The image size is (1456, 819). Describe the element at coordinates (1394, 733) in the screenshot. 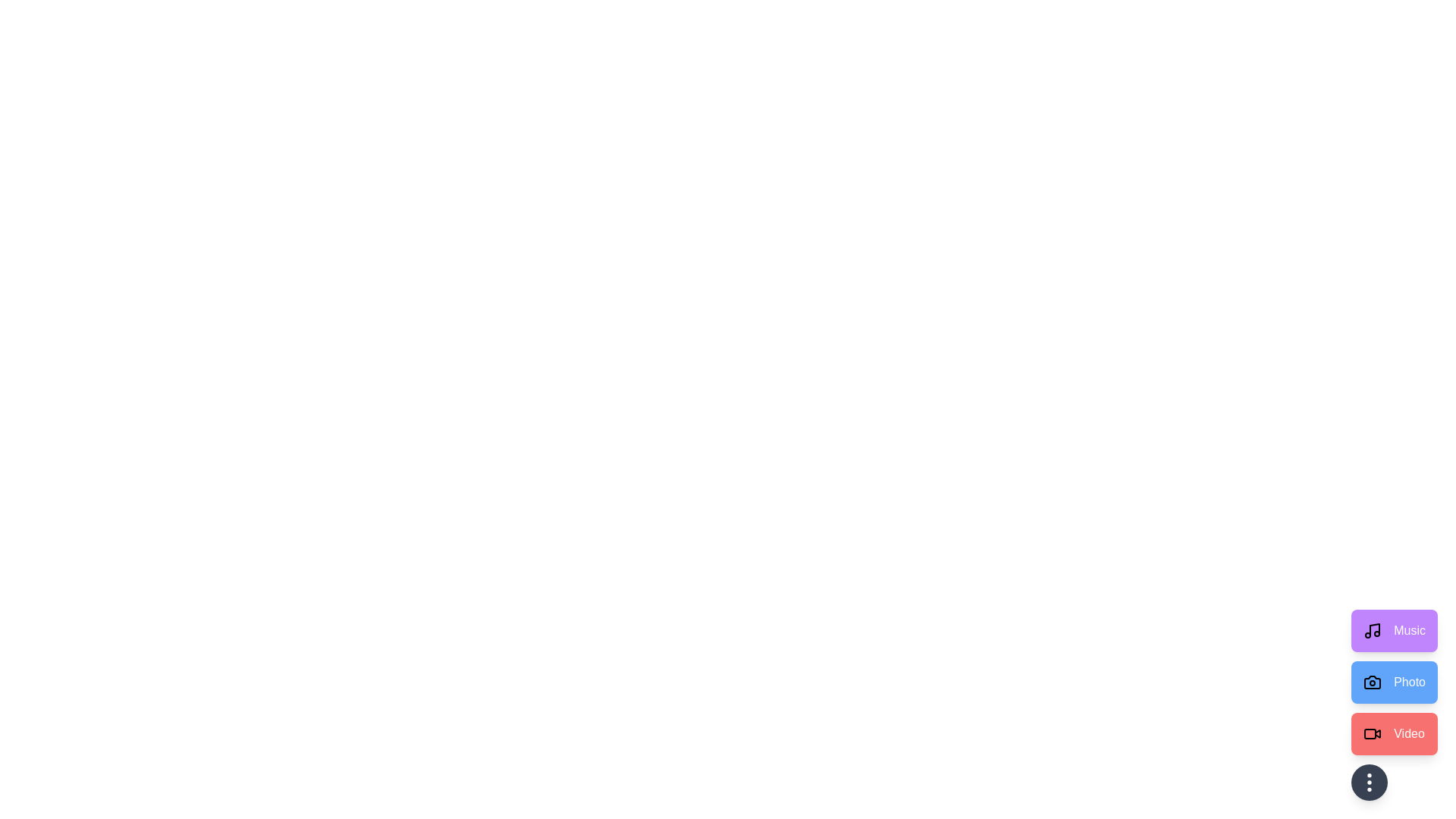

I see `the 'Video' option in the MultimediaSpeedDial component` at that location.